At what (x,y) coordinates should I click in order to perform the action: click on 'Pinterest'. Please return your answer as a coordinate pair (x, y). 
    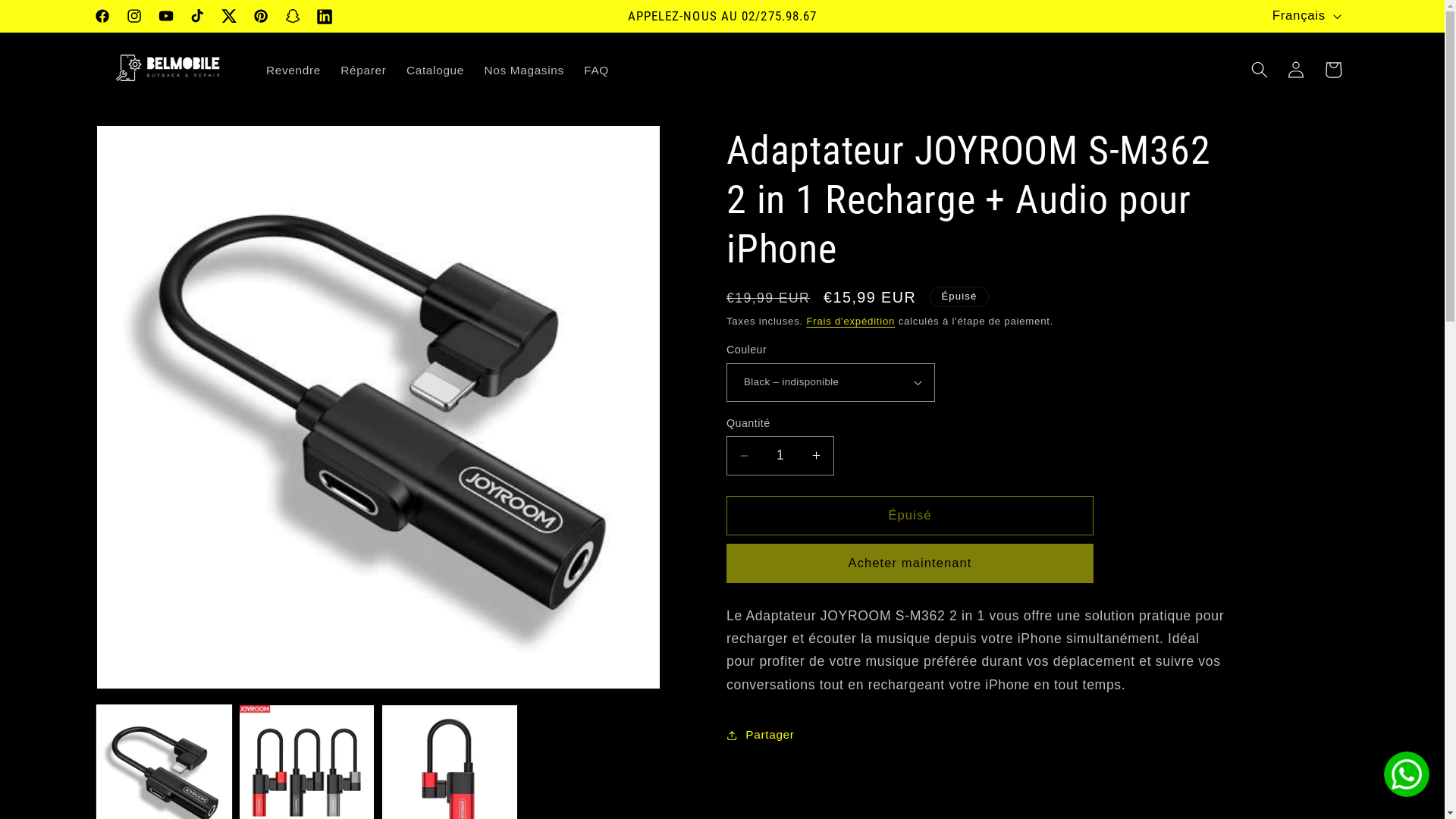
    Looking at the image, I should click on (244, 17).